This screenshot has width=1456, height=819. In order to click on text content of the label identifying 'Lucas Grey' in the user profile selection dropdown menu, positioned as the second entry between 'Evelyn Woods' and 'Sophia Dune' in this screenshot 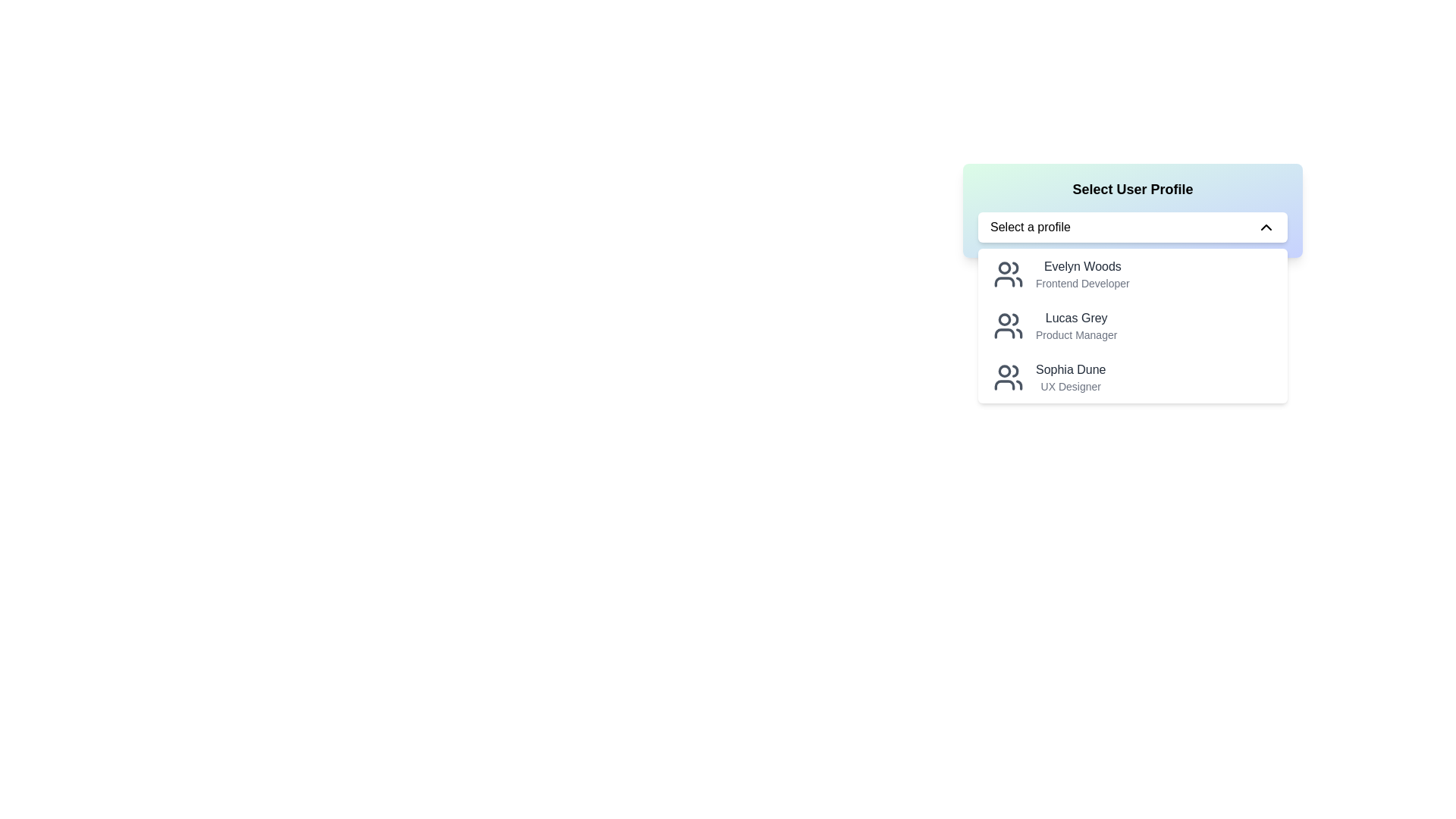, I will do `click(1075, 318)`.